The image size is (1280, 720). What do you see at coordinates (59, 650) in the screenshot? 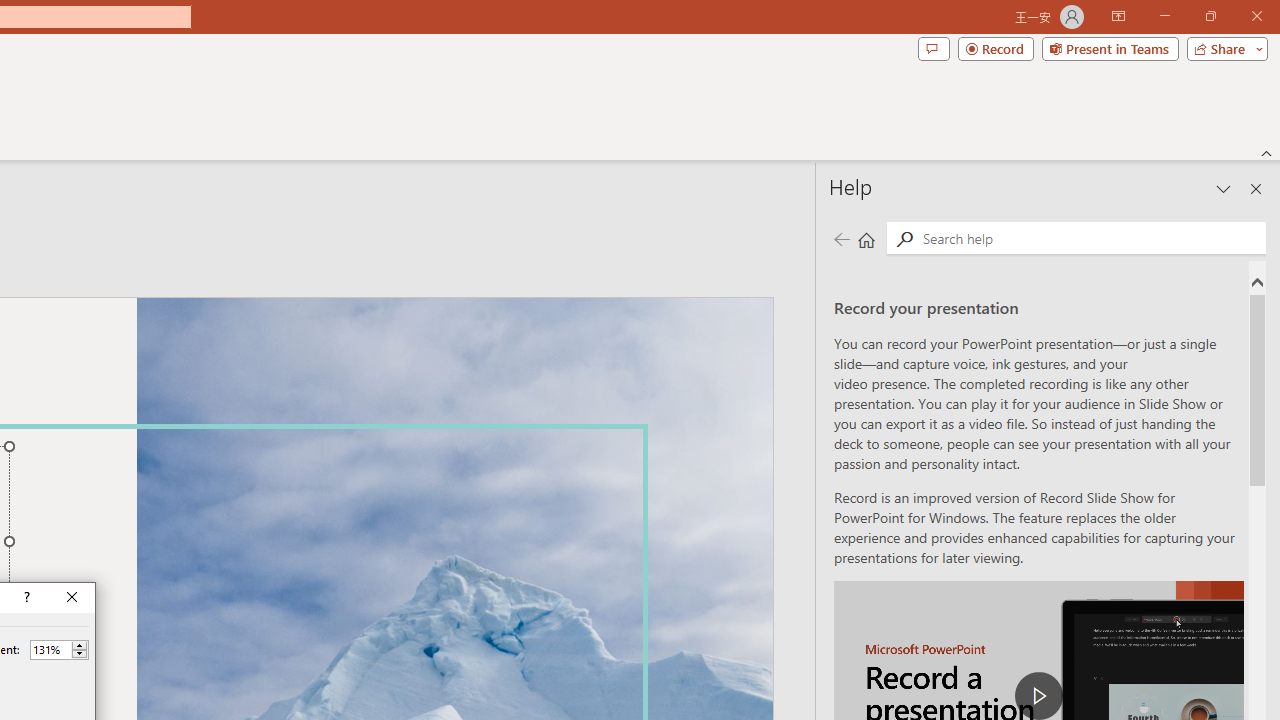
I see `'Percent'` at bounding box center [59, 650].